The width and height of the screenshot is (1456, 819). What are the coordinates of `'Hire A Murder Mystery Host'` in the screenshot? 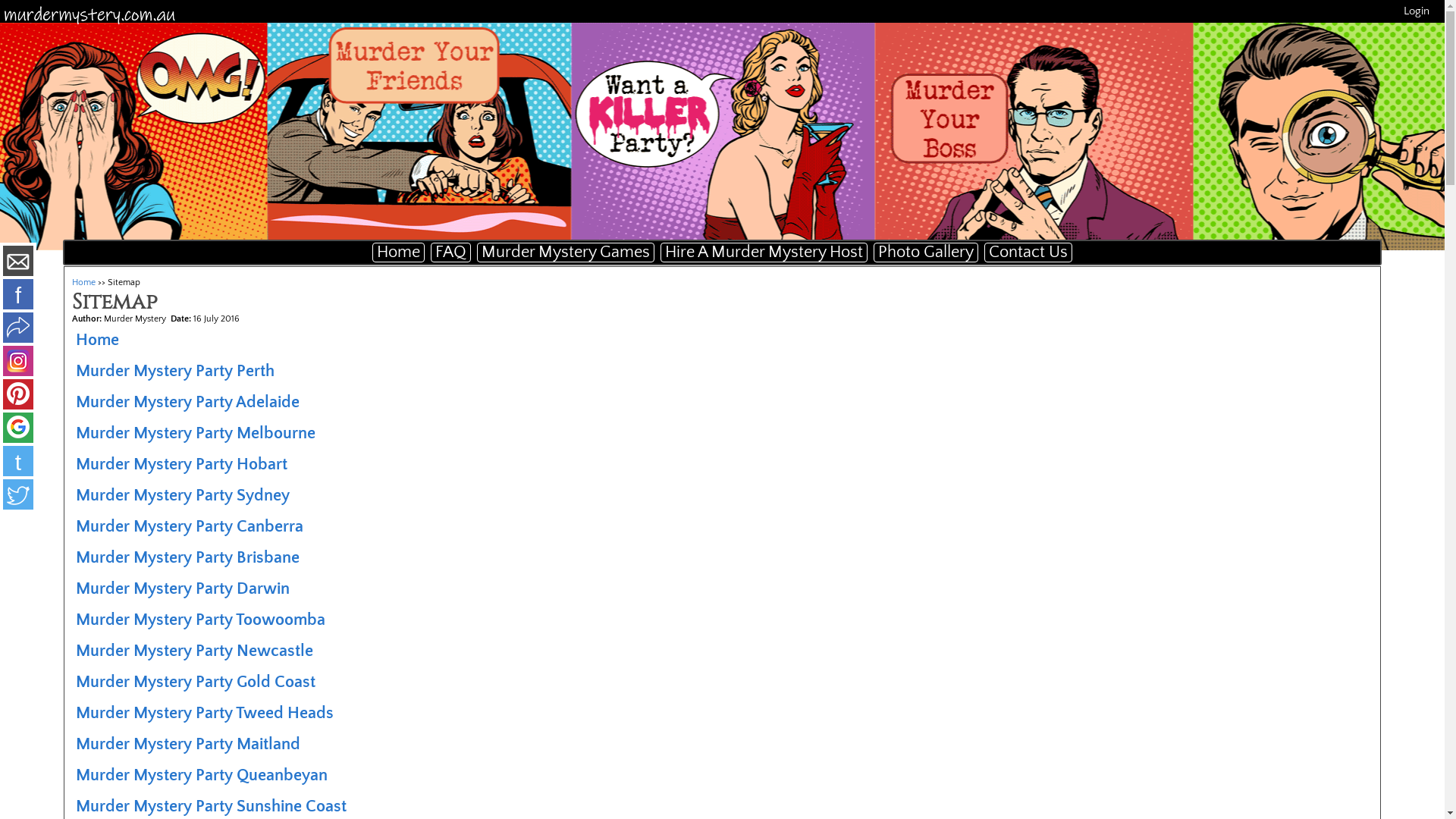 It's located at (764, 251).